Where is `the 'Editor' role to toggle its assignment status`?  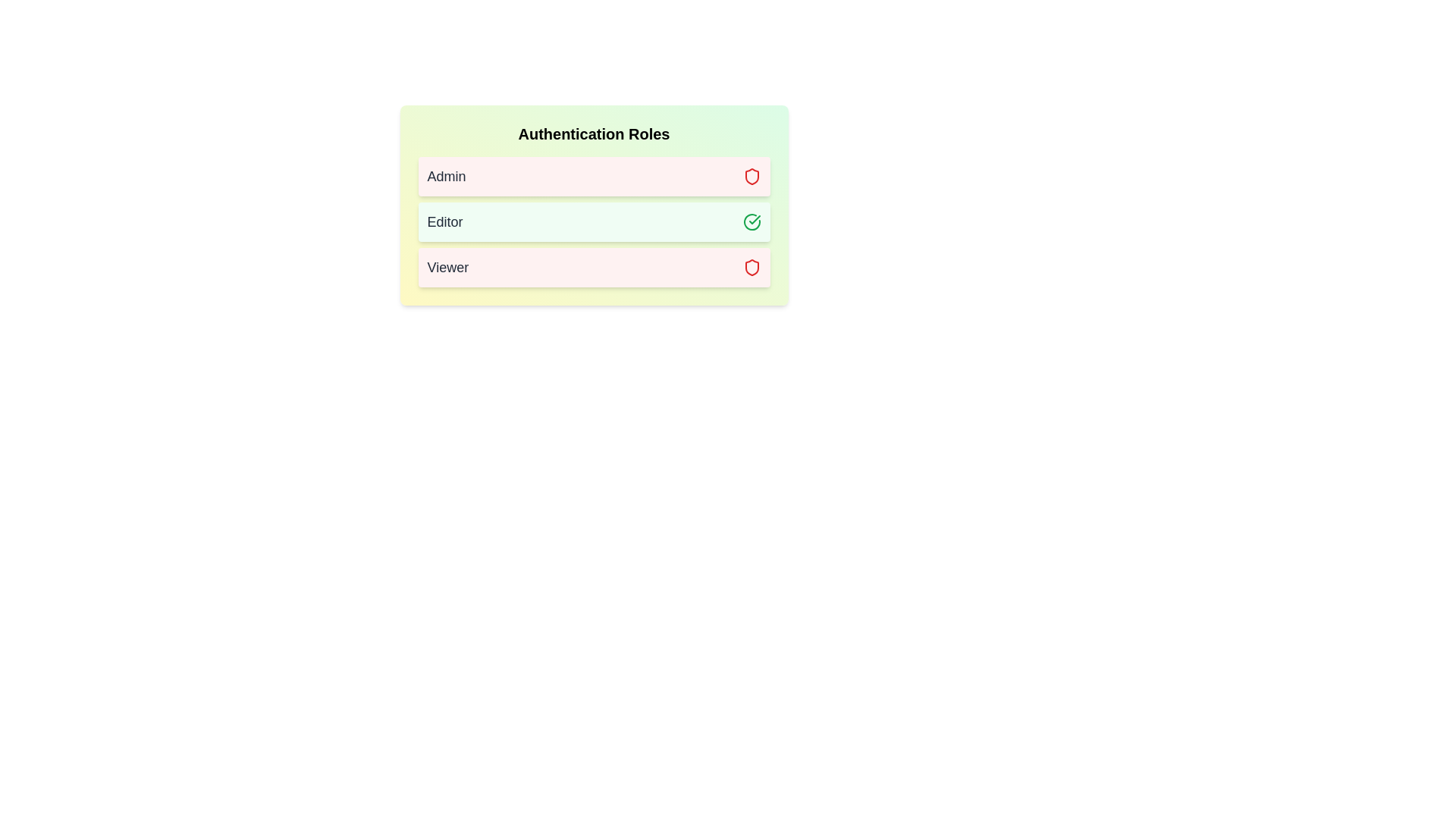
the 'Editor' role to toggle its assignment status is located at coordinates (593, 222).